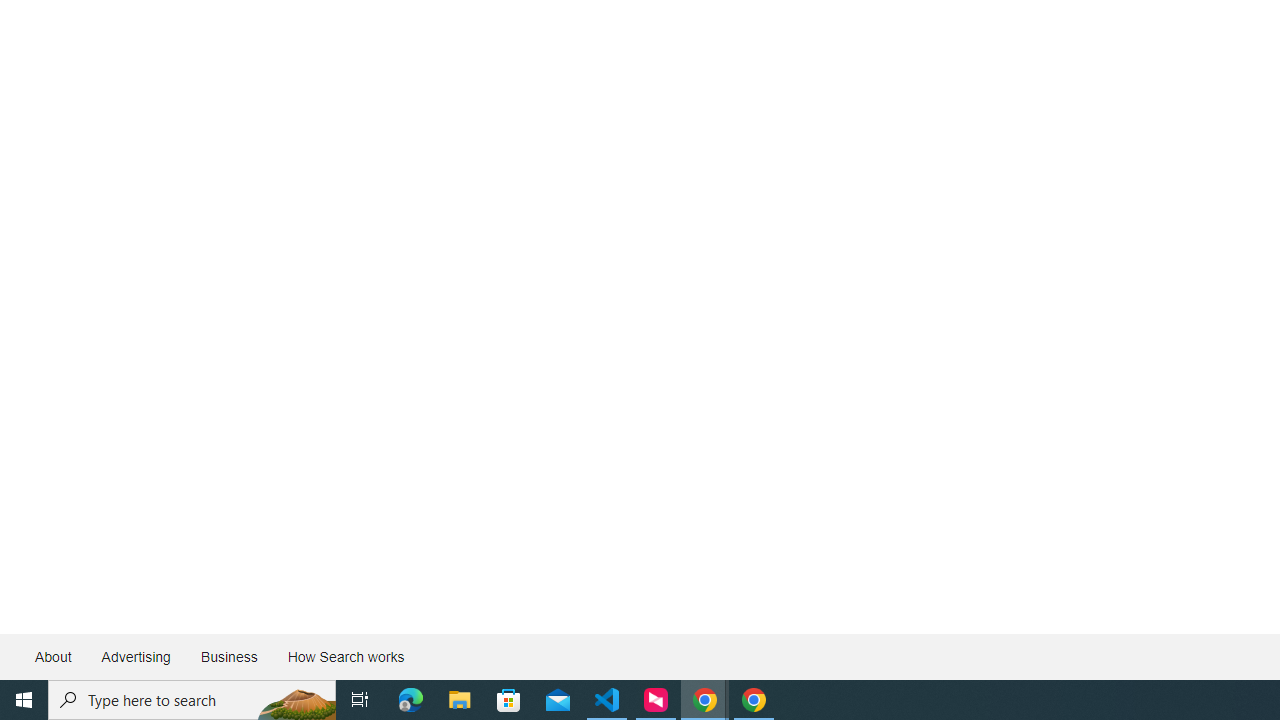 This screenshot has width=1280, height=720. What do you see at coordinates (345, 657) in the screenshot?
I see `'How Search works'` at bounding box center [345, 657].